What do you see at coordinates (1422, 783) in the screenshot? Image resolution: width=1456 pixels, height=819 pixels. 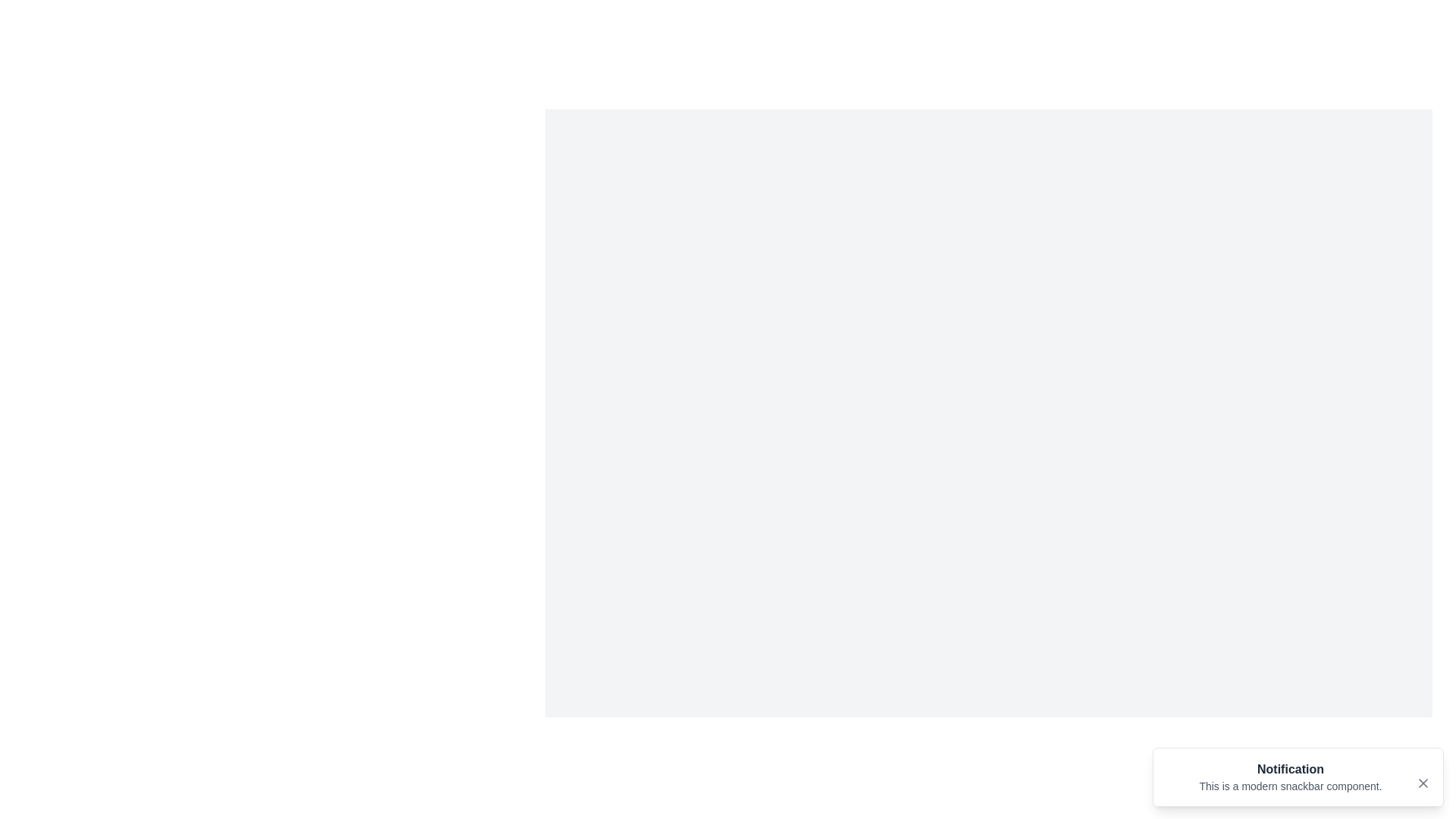 I see `the 'X' icon button in the bottom-right corner of the notification component` at bounding box center [1422, 783].